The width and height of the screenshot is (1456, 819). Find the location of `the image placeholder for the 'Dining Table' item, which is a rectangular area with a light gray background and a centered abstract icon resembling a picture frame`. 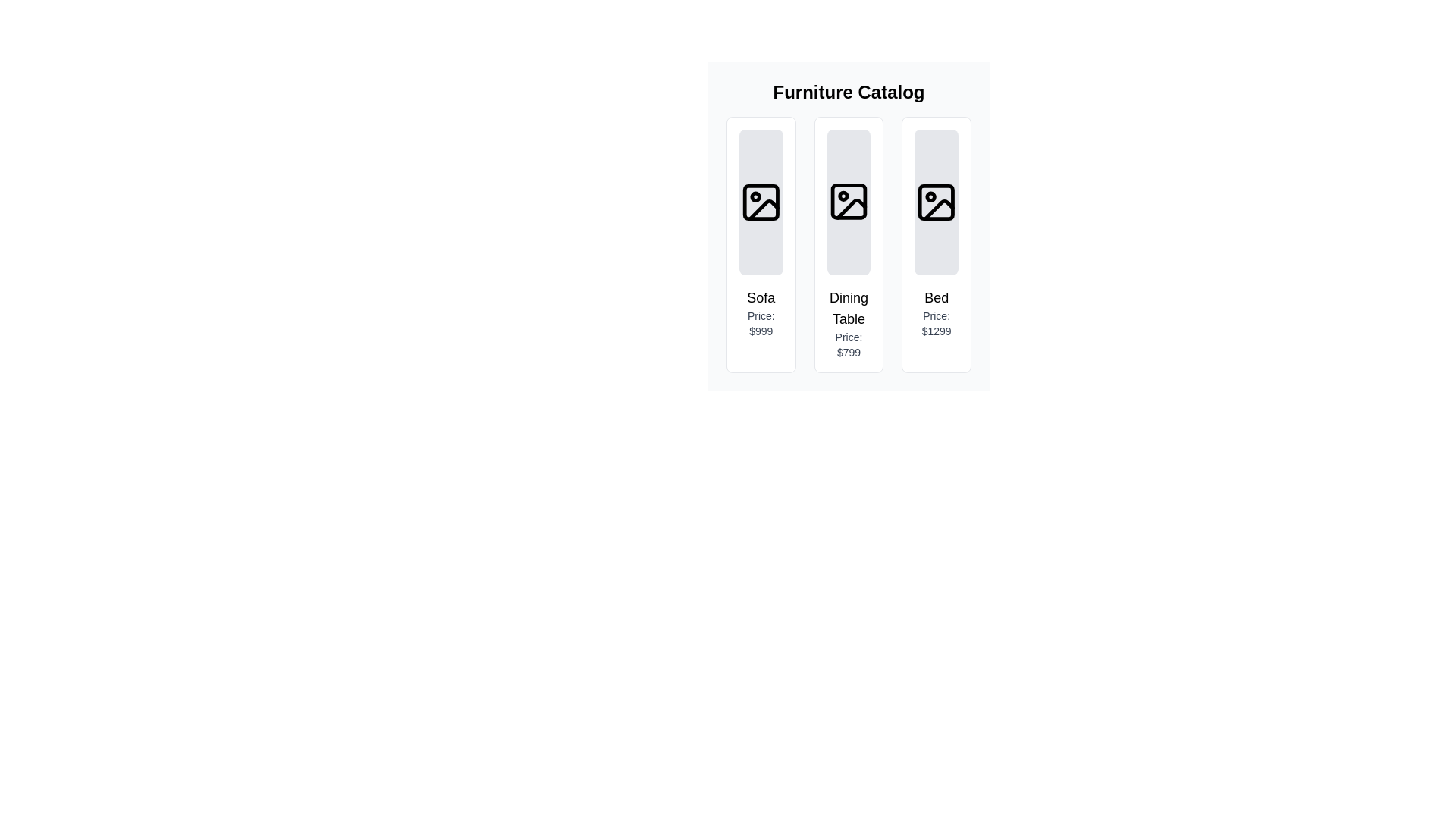

the image placeholder for the 'Dining Table' item, which is a rectangular area with a light gray background and a centered abstract icon resembling a picture frame is located at coordinates (848, 201).